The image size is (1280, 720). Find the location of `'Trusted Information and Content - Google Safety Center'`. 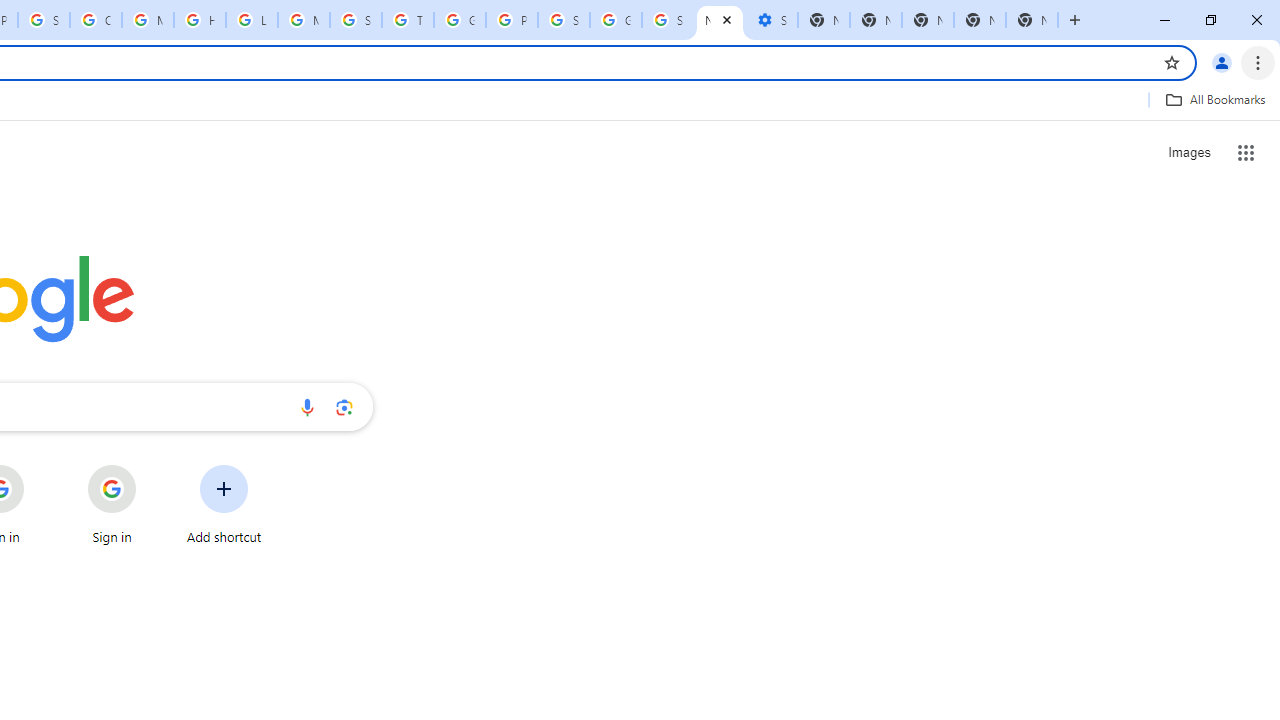

'Trusted Information and Content - Google Safety Center' is located at coordinates (406, 20).